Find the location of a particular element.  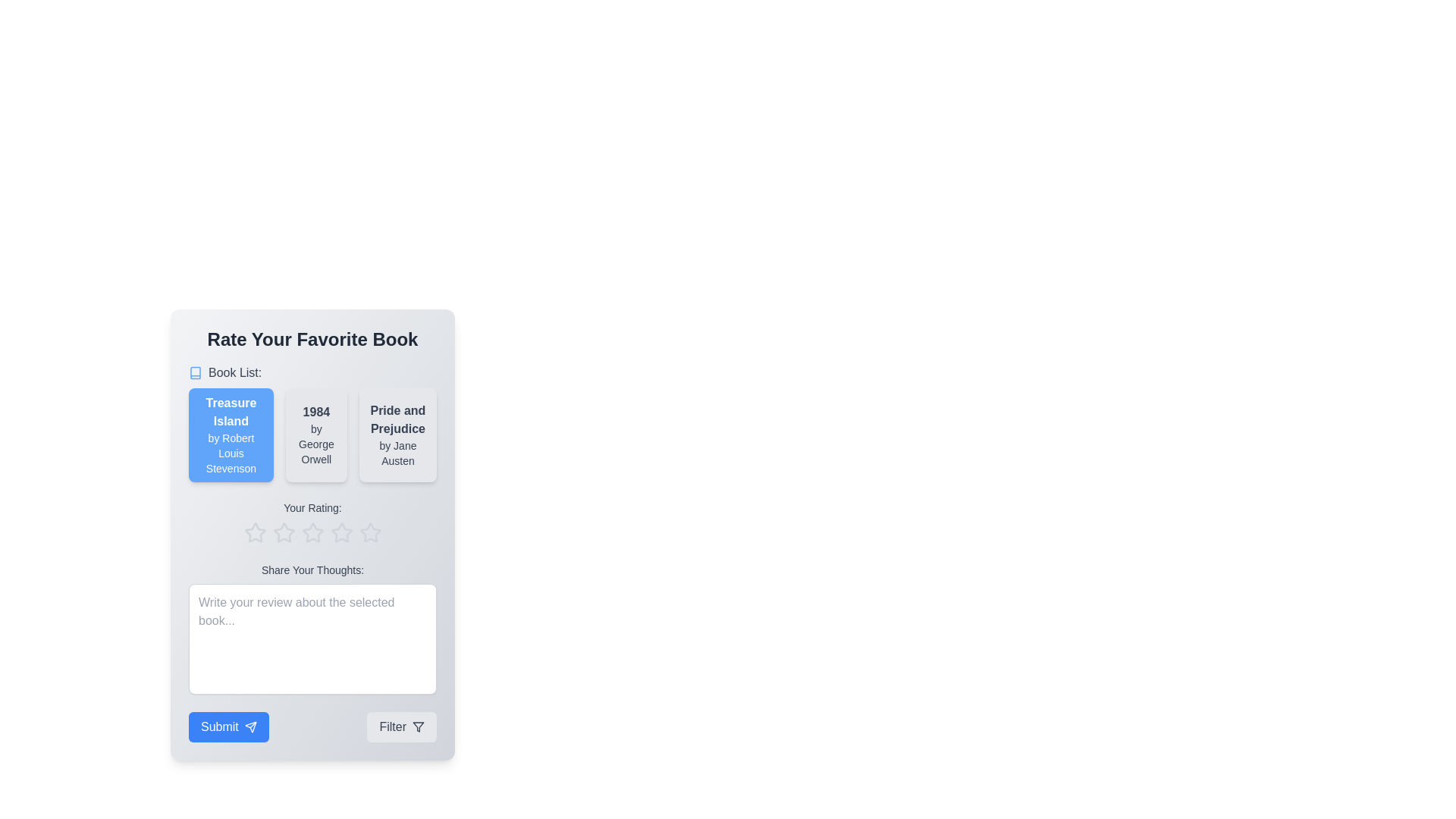

the static text label indicating the purpose of the subsequent section listing available books, located under the main title 'Rate Your Favorite Book', aligned with a blue book icon is located at coordinates (234, 373).